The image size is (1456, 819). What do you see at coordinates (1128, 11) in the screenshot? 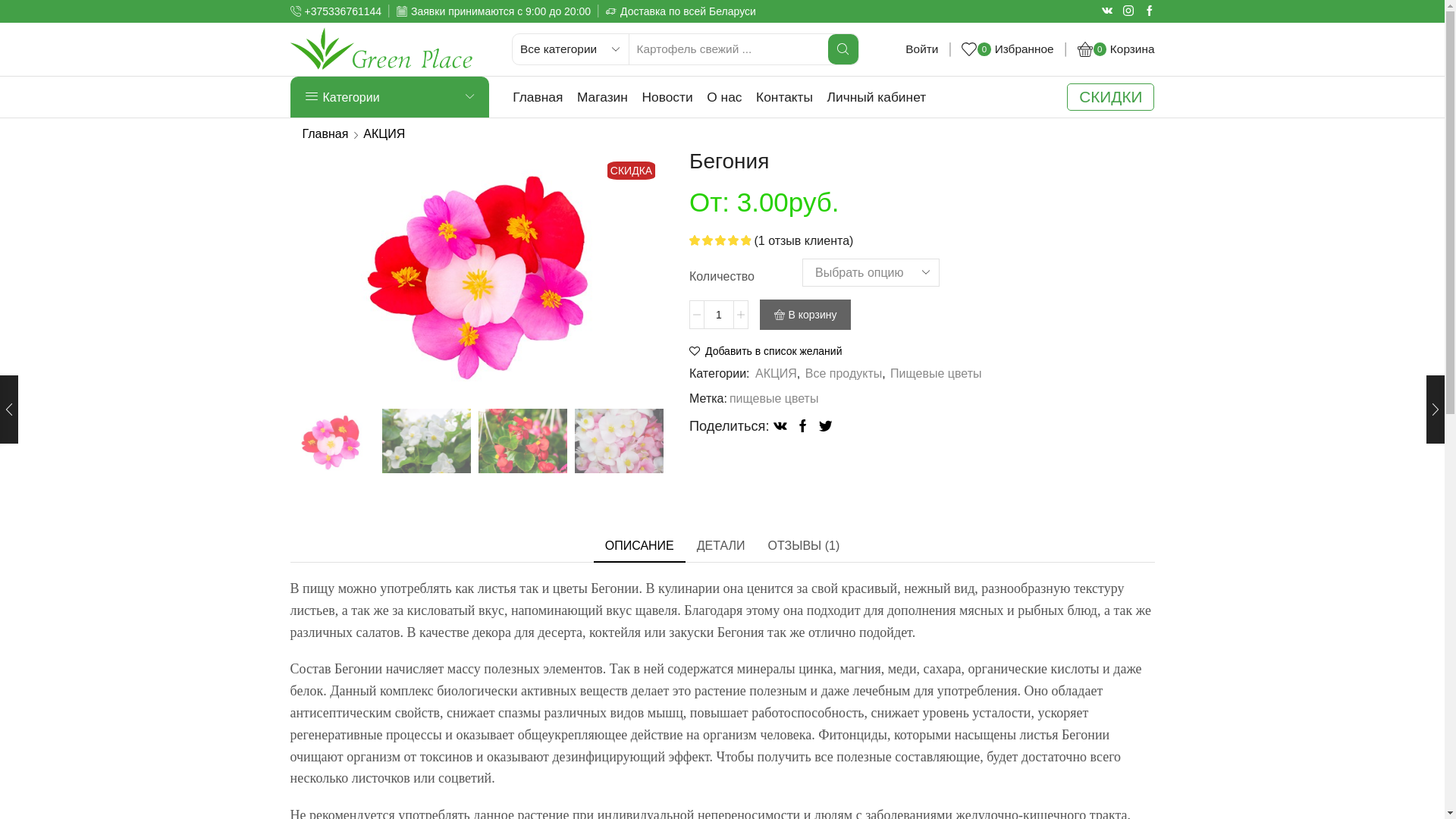
I see `'Instagram'` at bounding box center [1128, 11].